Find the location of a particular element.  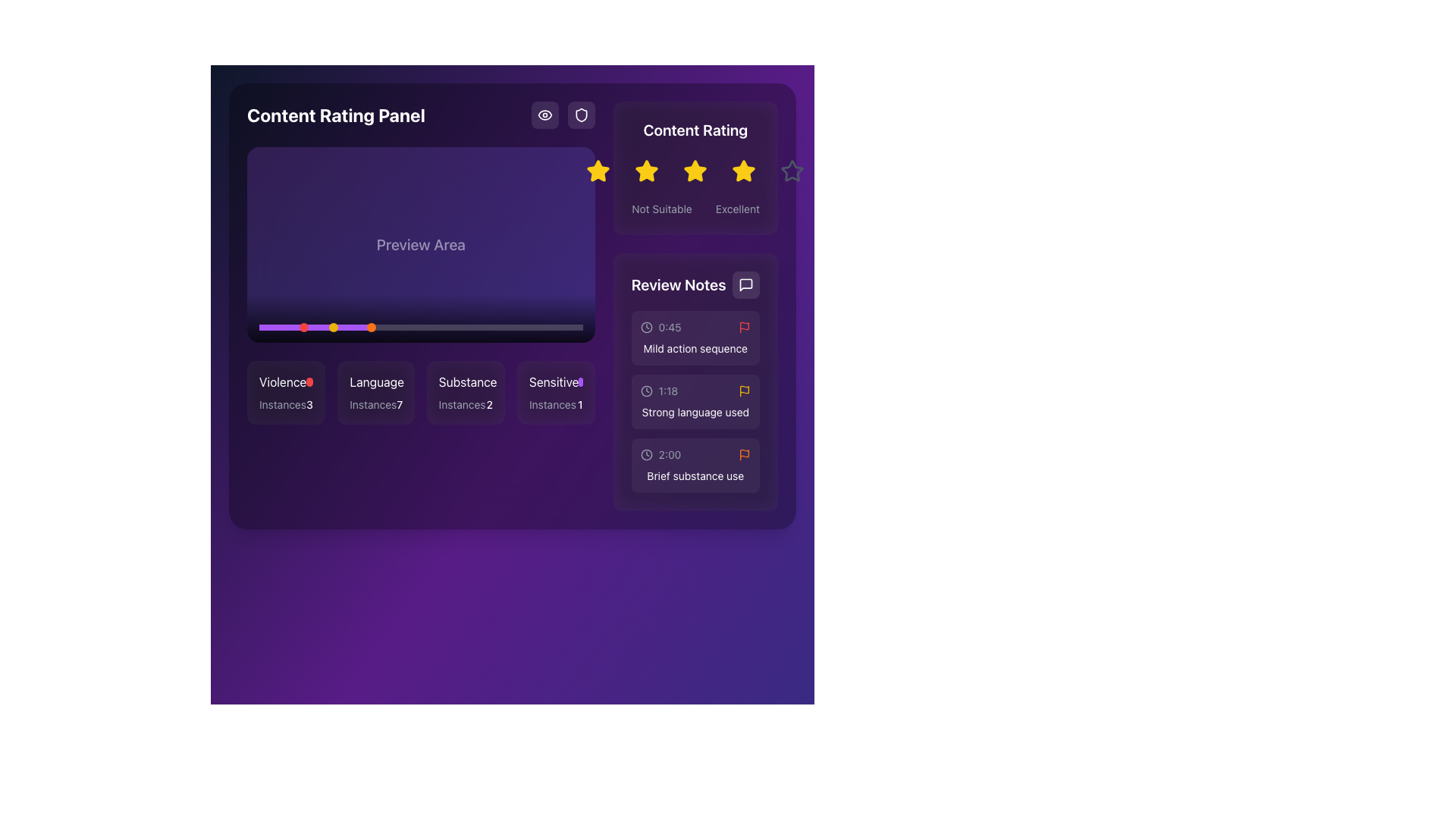

the Summary card representing the 'Sensitive' category, which displays the count of related instances ('1') and is the fourth card in a grid layout is located at coordinates (555, 391).